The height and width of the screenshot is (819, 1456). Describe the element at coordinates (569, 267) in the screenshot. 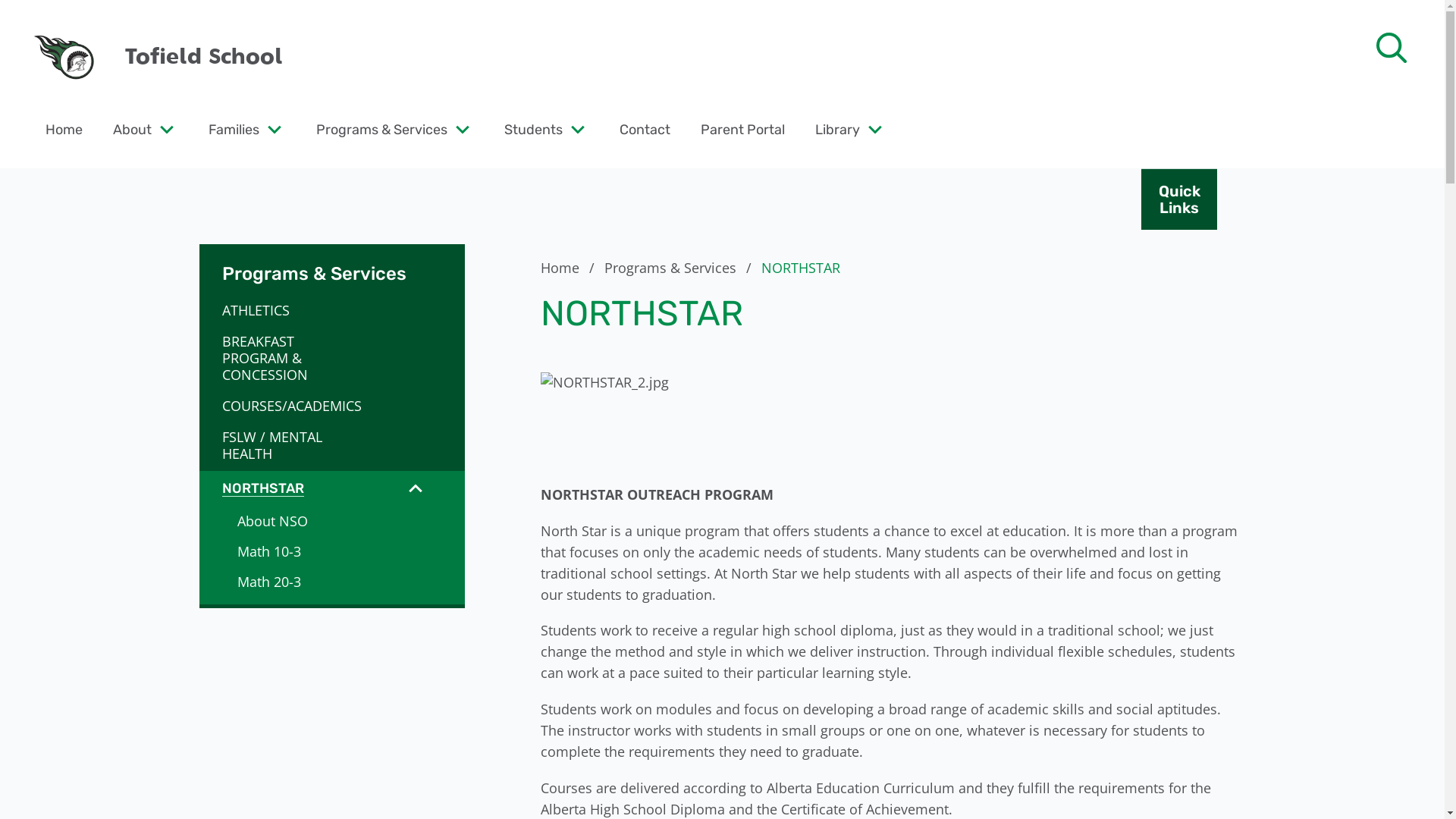

I see `'Home'` at that location.